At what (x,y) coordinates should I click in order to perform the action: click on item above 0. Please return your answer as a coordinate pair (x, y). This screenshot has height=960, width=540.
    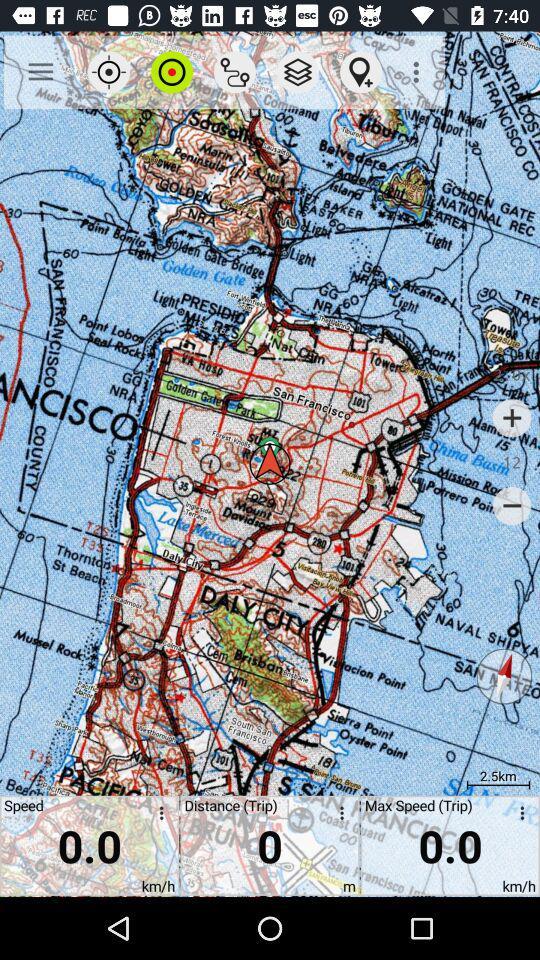
    Looking at the image, I should click on (360, 72).